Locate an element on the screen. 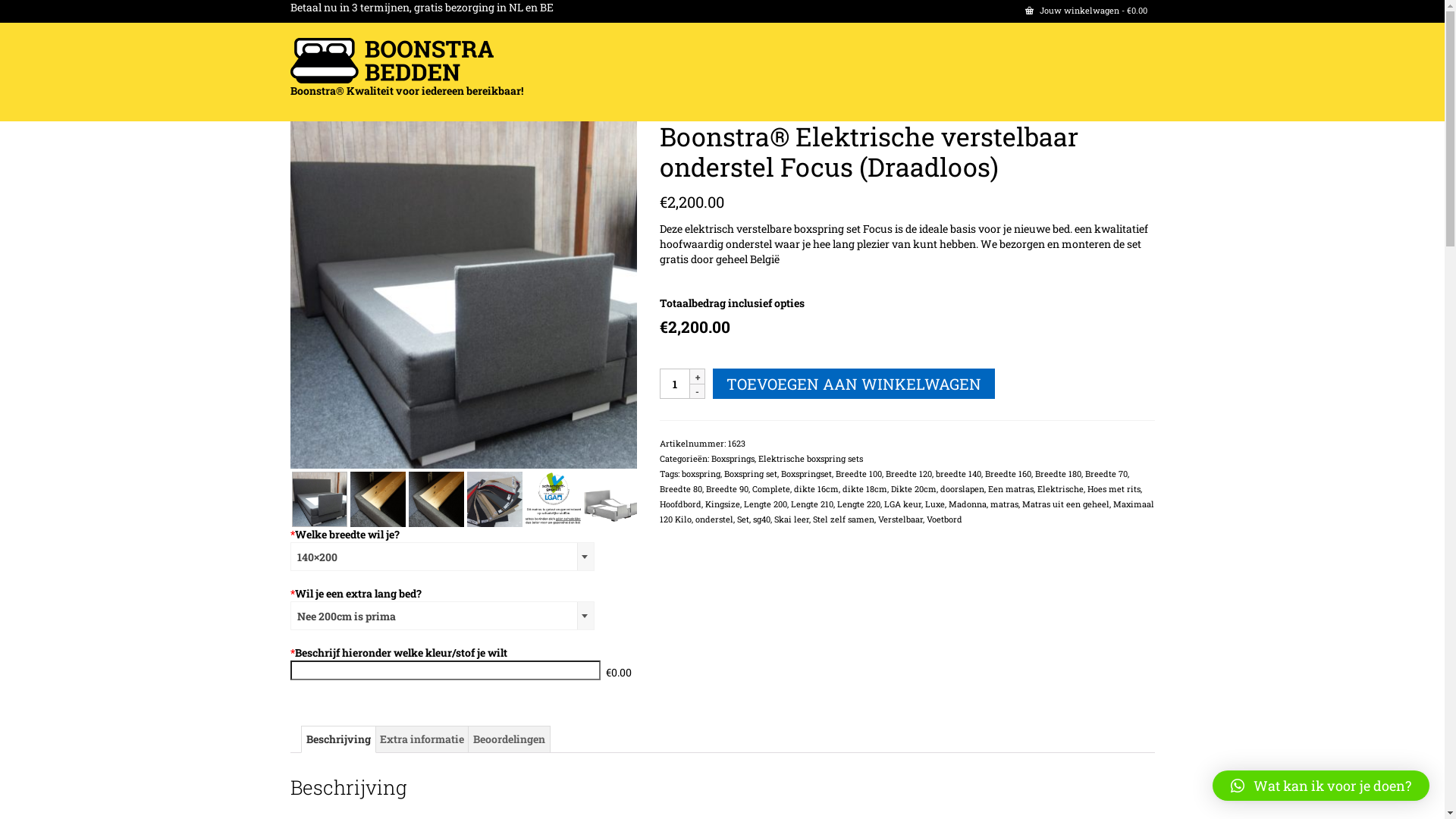  'Boxspringset' is located at coordinates (805, 472).